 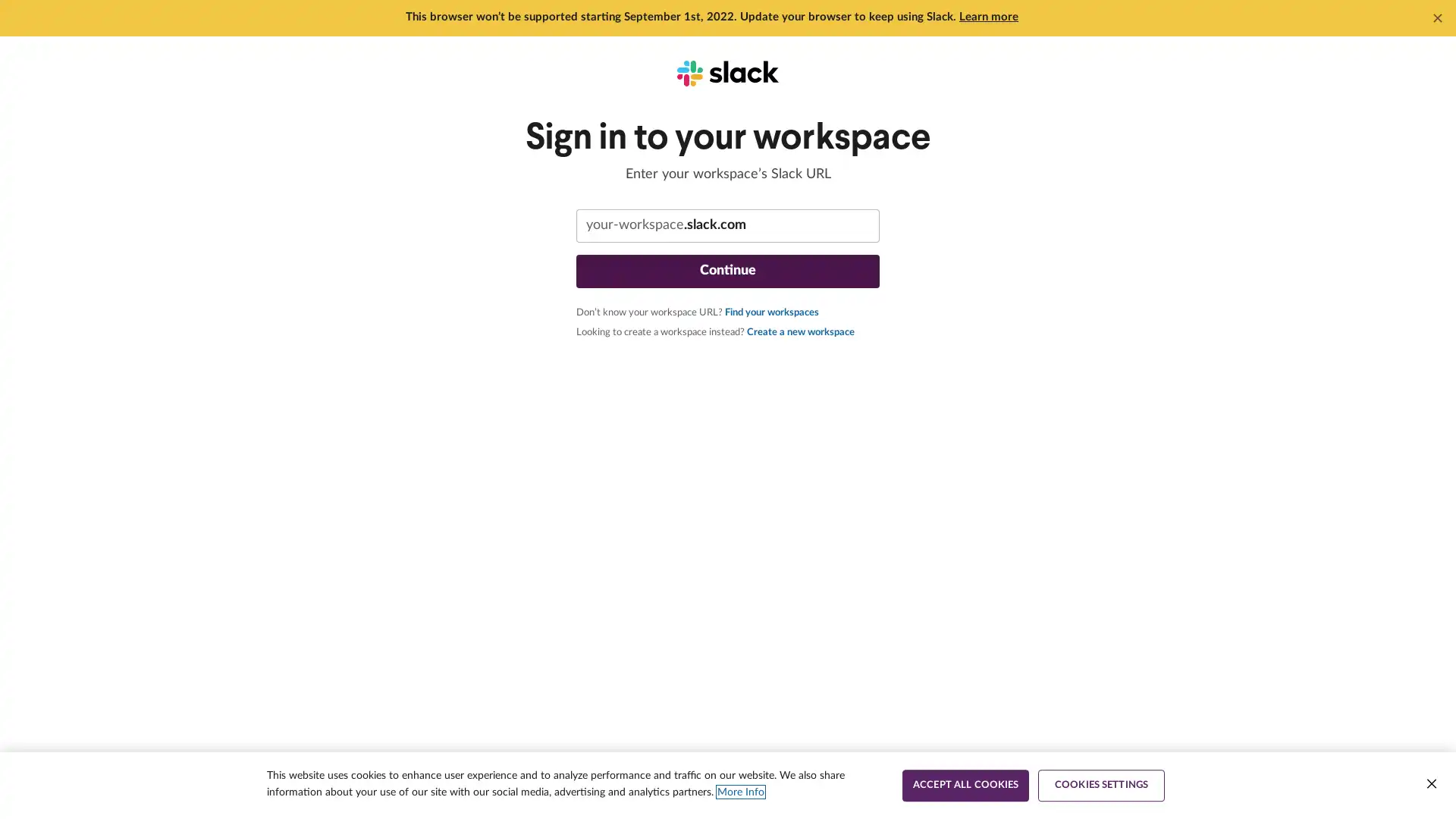 I want to click on Continue, so click(x=728, y=271).